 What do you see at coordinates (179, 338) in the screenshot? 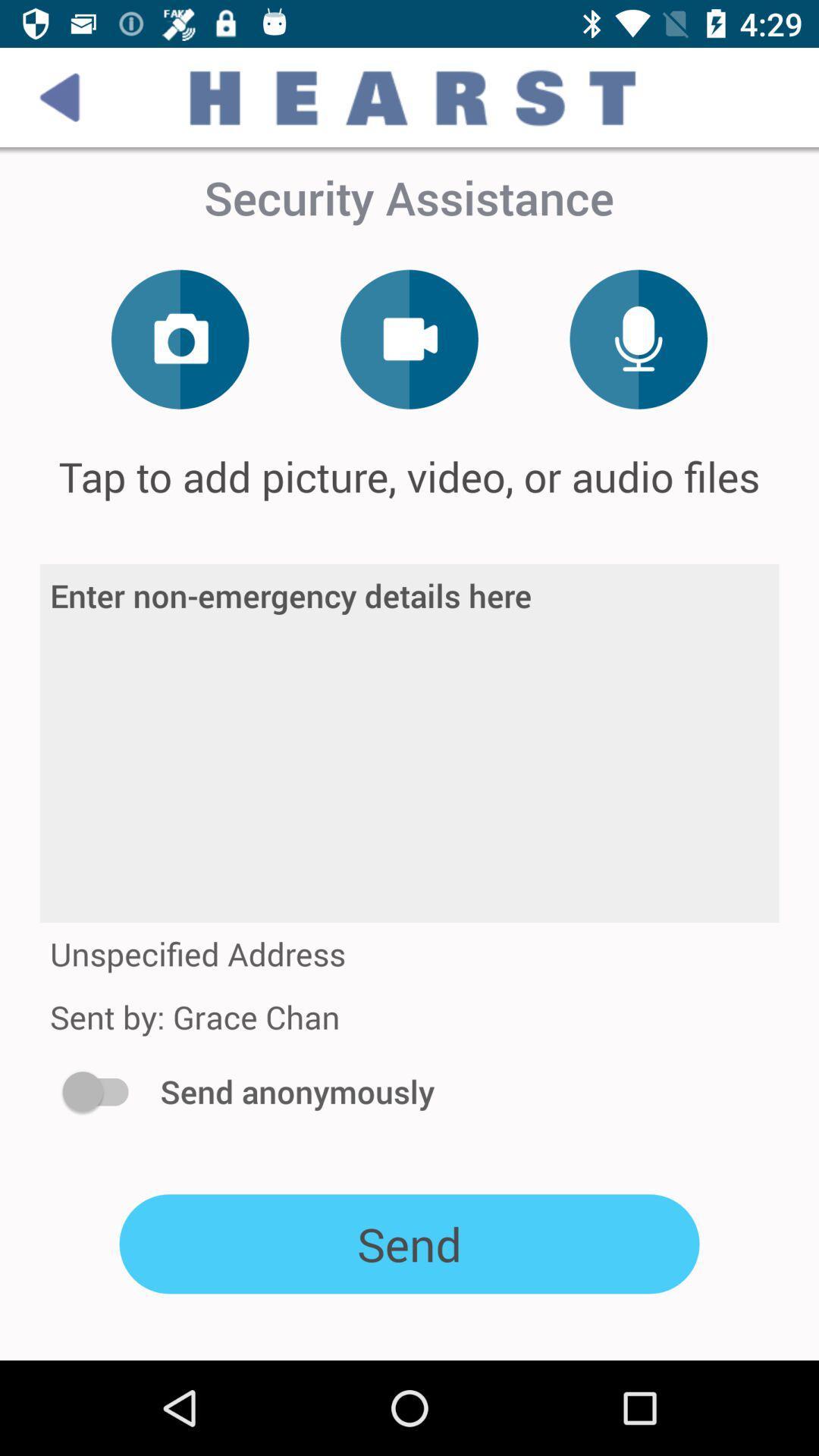
I see `the photo icon` at bounding box center [179, 338].